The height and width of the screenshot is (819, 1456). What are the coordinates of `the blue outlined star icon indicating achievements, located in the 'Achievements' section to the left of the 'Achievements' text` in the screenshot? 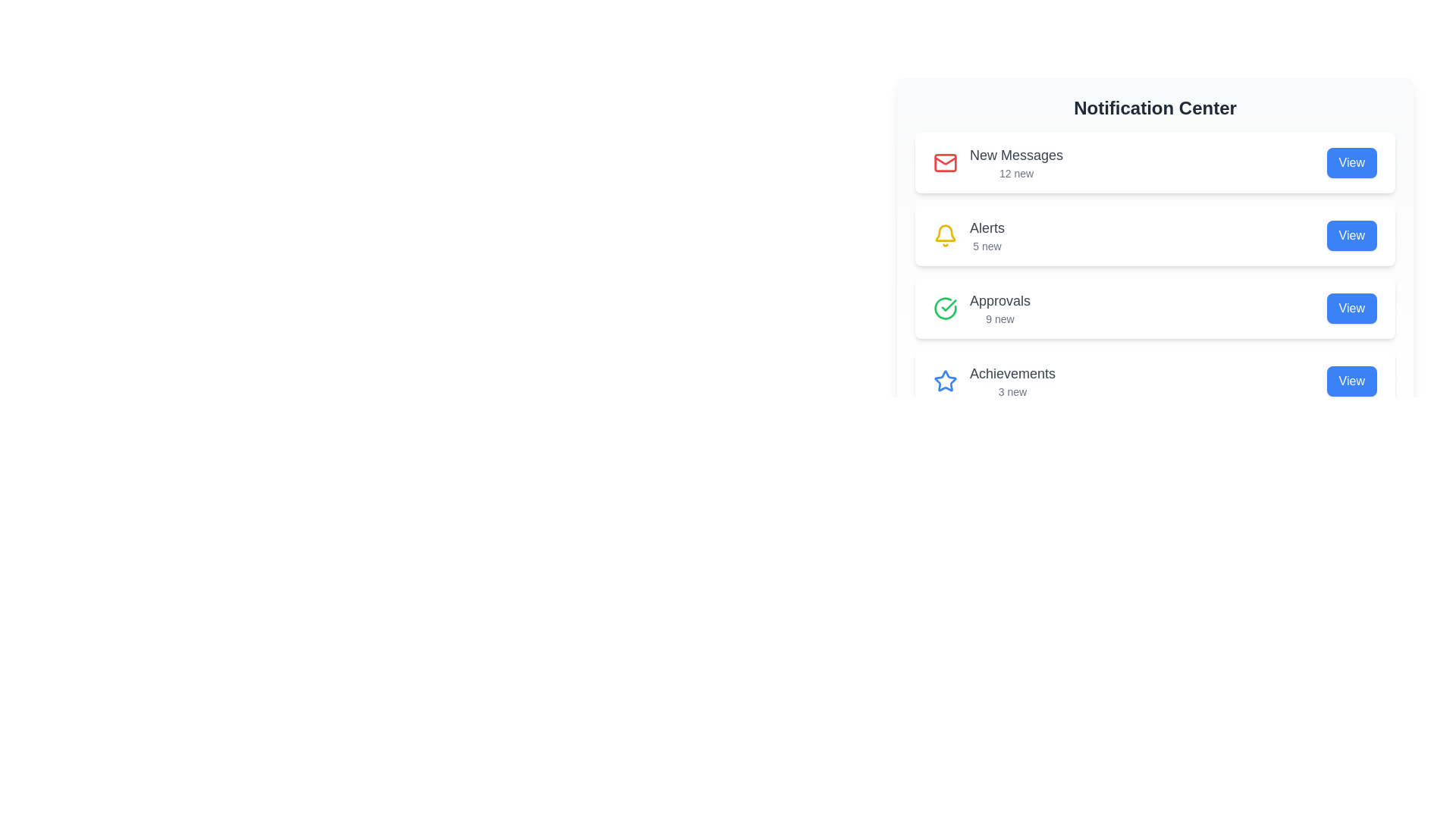 It's located at (945, 380).